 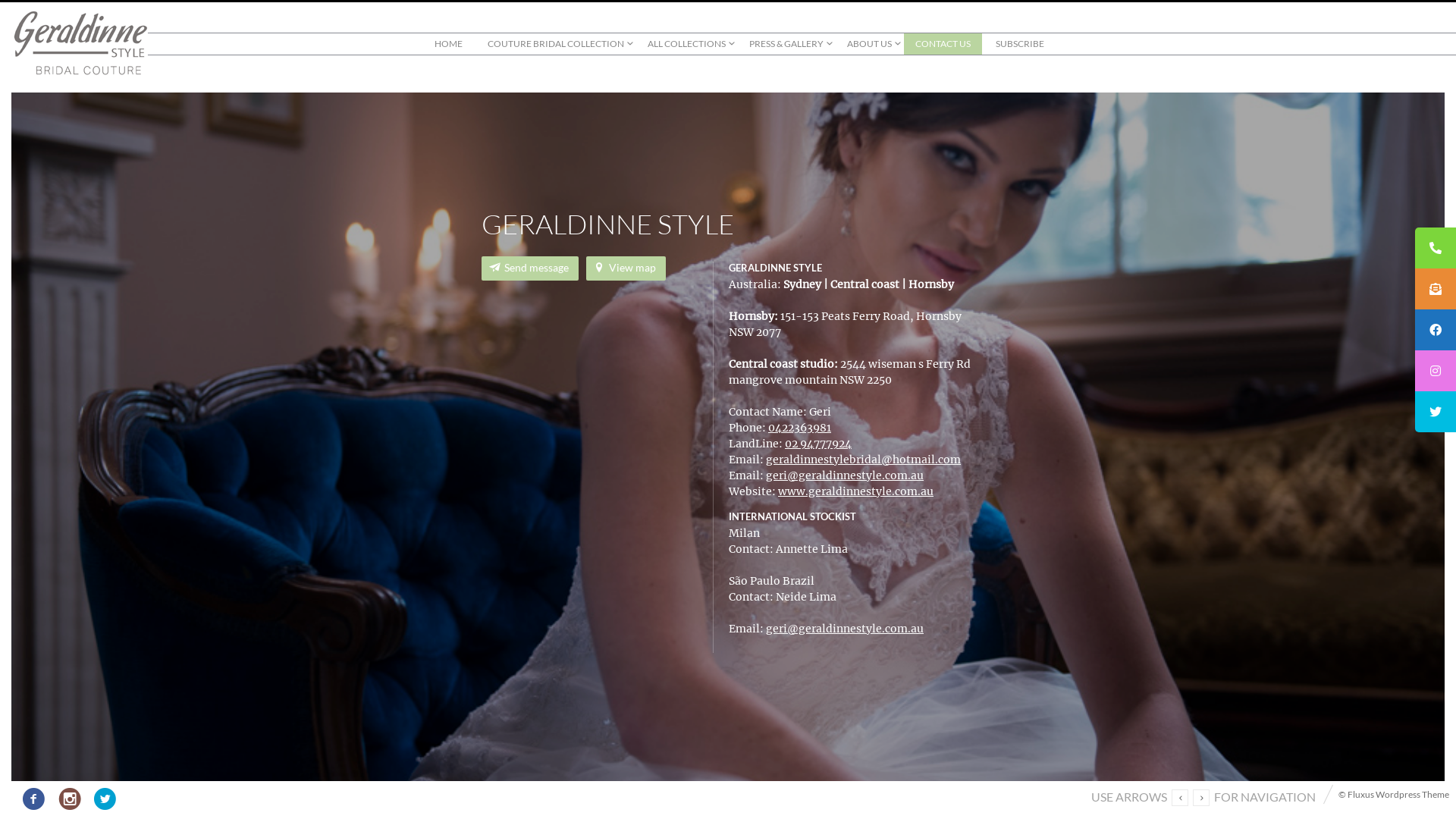 What do you see at coordinates (942, 42) in the screenshot?
I see `'CONTACT US'` at bounding box center [942, 42].